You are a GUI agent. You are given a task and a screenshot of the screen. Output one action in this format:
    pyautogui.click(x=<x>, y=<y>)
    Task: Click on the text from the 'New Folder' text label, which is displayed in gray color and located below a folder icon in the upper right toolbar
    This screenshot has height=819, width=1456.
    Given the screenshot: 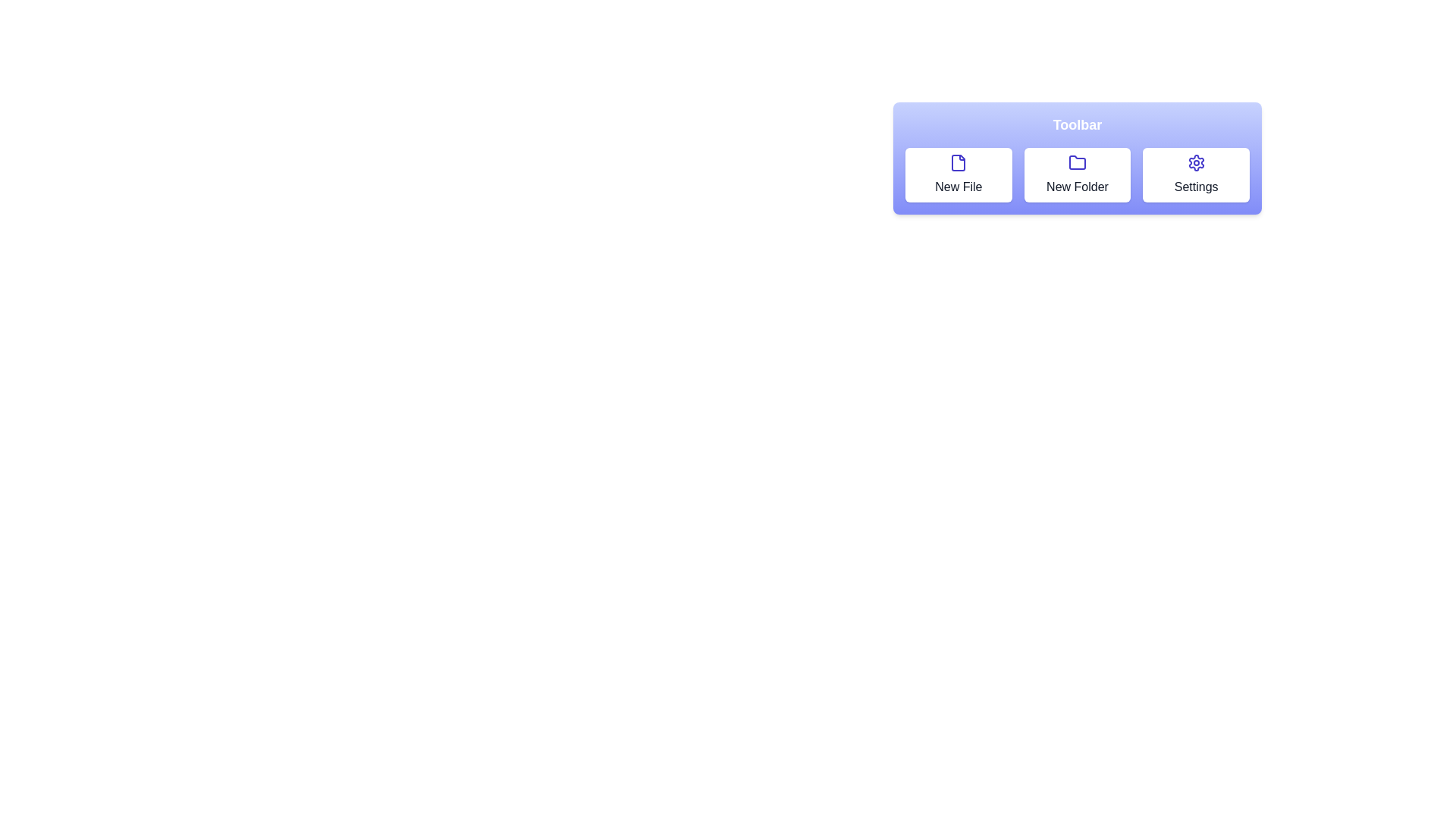 What is the action you would take?
    pyautogui.click(x=1076, y=186)
    